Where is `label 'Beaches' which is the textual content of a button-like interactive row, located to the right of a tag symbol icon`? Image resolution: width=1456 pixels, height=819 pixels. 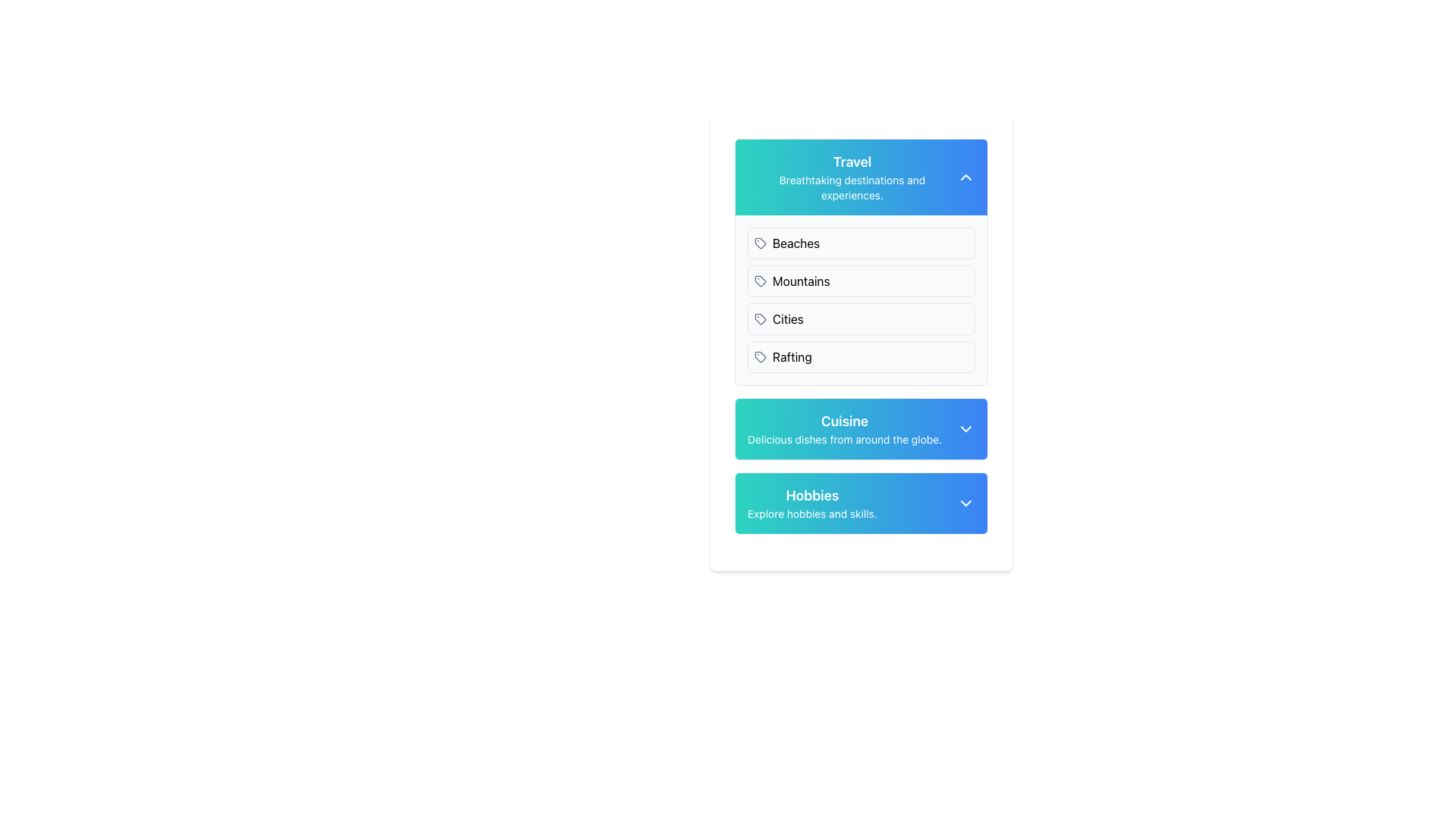 label 'Beaches' which is the textual content of a button-like interactive row, located to the right of a tag symbol icon is located at coordinates (795, 242).